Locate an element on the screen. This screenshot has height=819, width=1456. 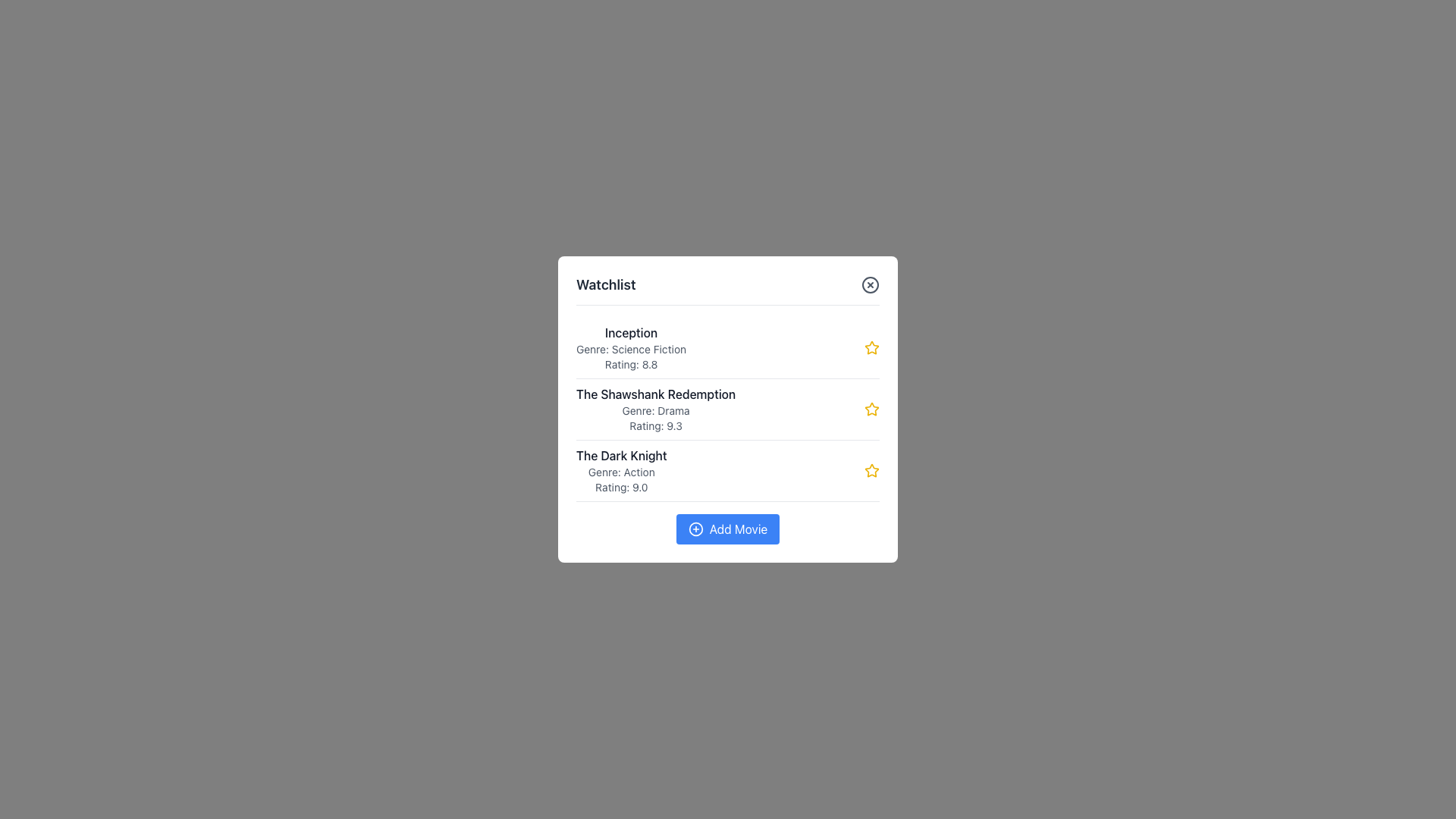
text displayed in the 'Genre: Action' label located beneath the title 'The Dark Knight' and above the rating information 'Rating: 9.0' is located at coordinates (621, 472).